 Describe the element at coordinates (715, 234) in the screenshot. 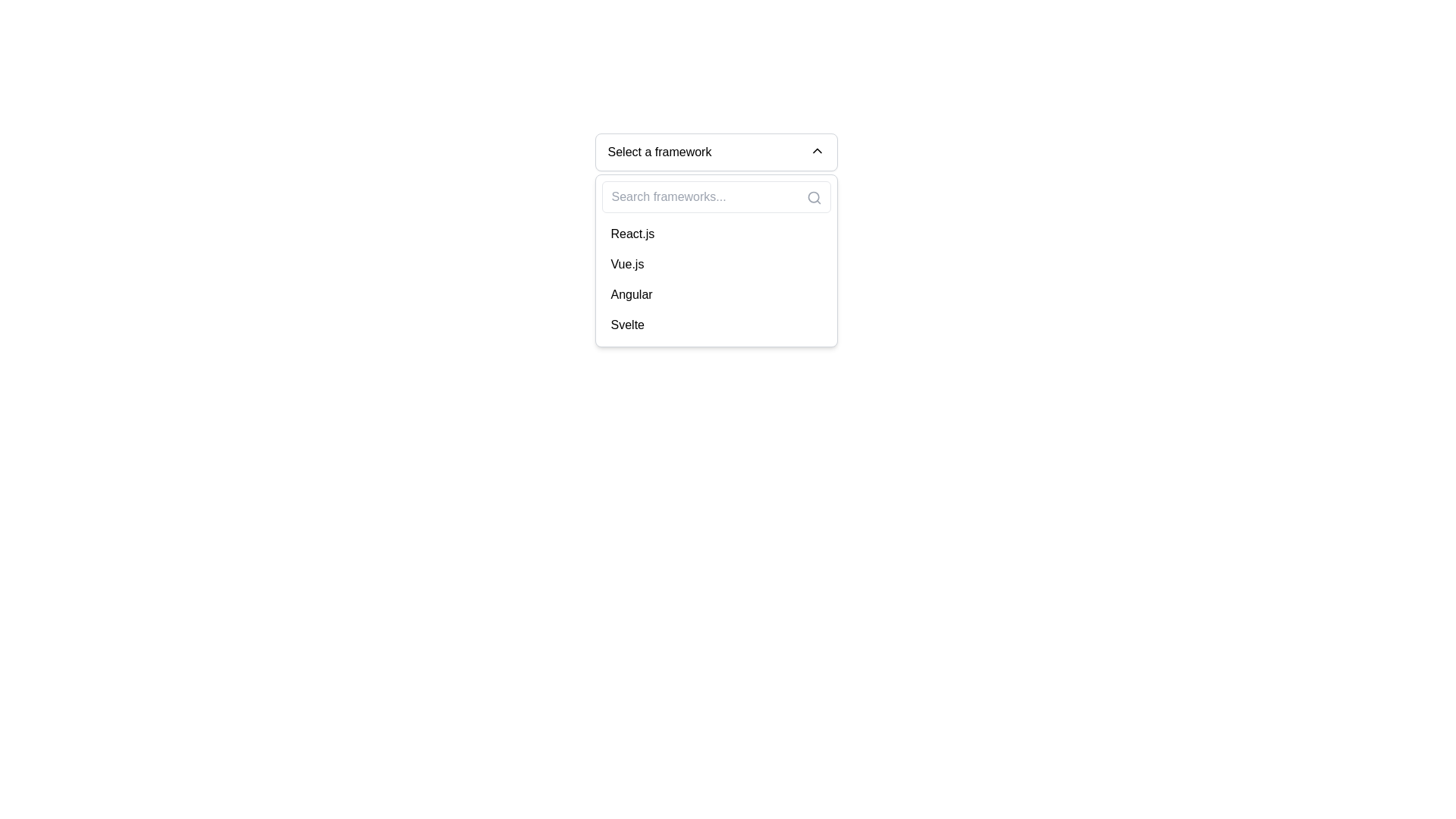

I see `the first item in the dropdown menu list` at that location.